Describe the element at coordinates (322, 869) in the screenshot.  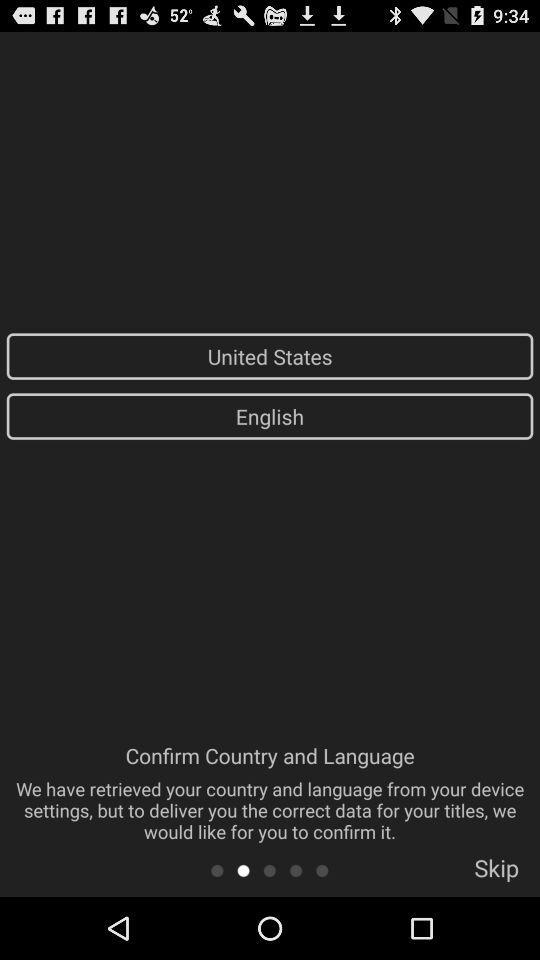
I see `item next to skip` at that location.